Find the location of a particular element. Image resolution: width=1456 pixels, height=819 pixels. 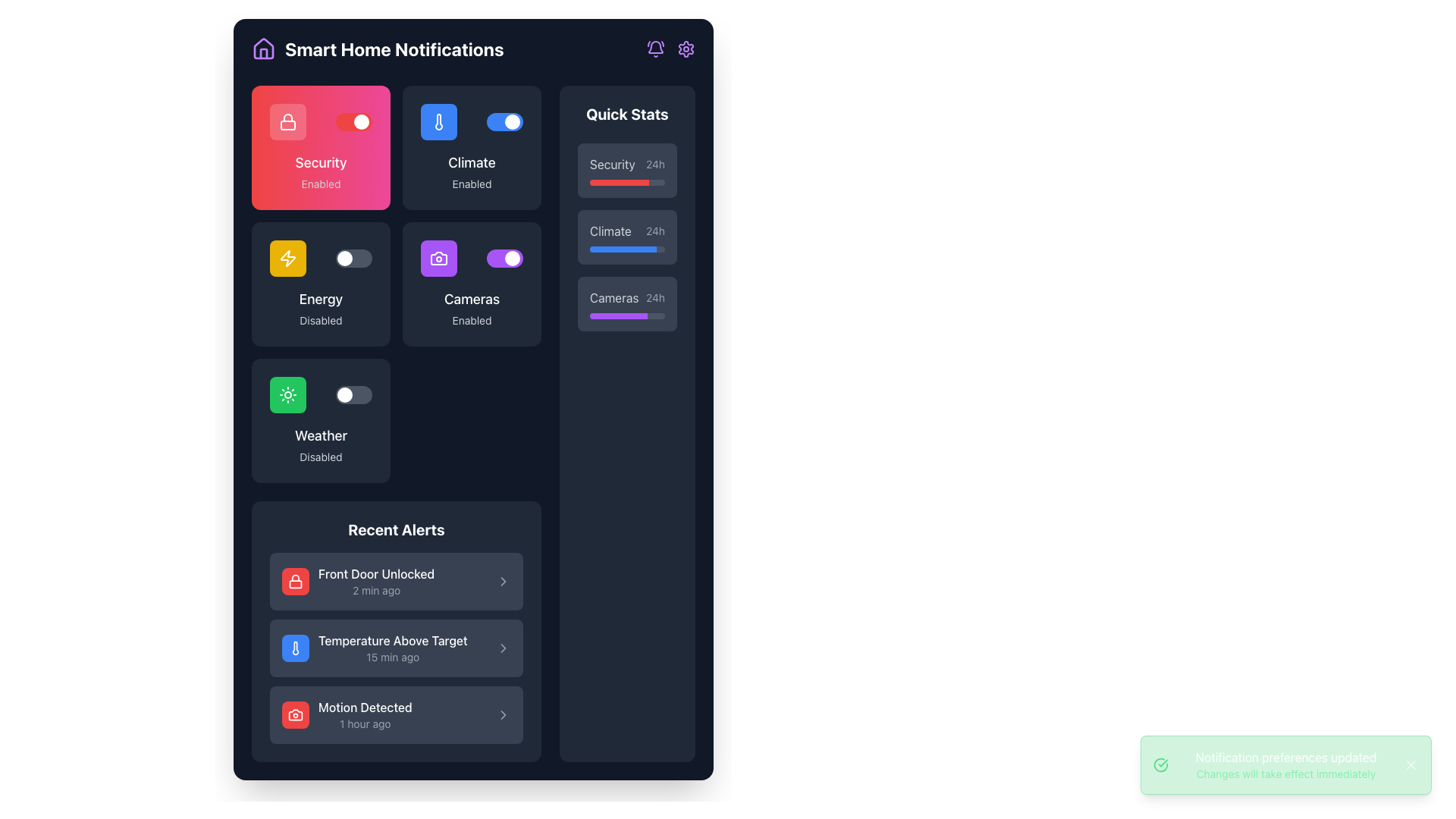

the middle widget displaying 'Climate' and '24h' is located at coordinates (627, 237).